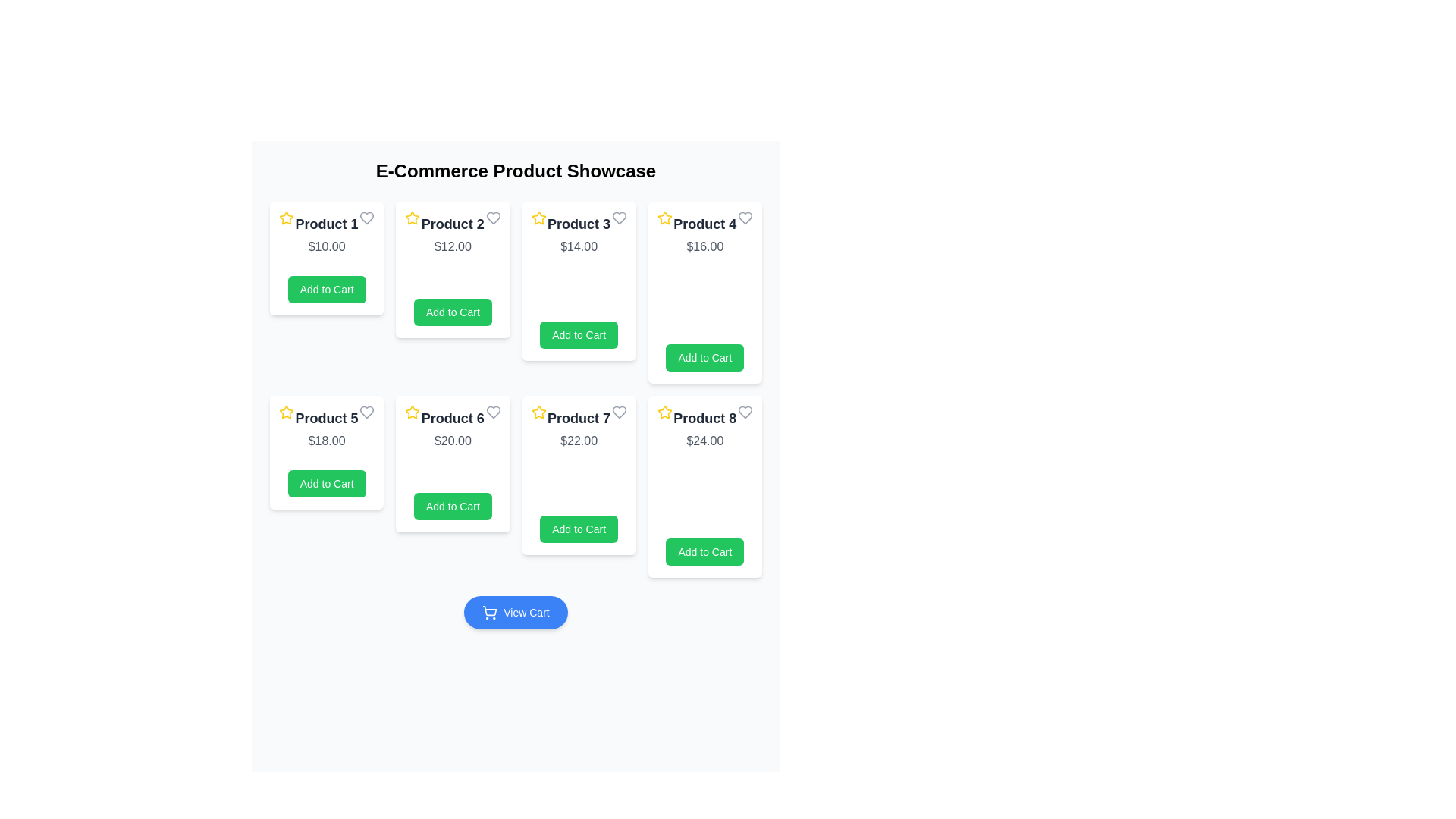 The width and height of the screenshot is (1456, 819). I want to click on the star icon located at the top-left corner of the 'Product 4' card to mark or unmark the product as a favorite, so click(664, 218).